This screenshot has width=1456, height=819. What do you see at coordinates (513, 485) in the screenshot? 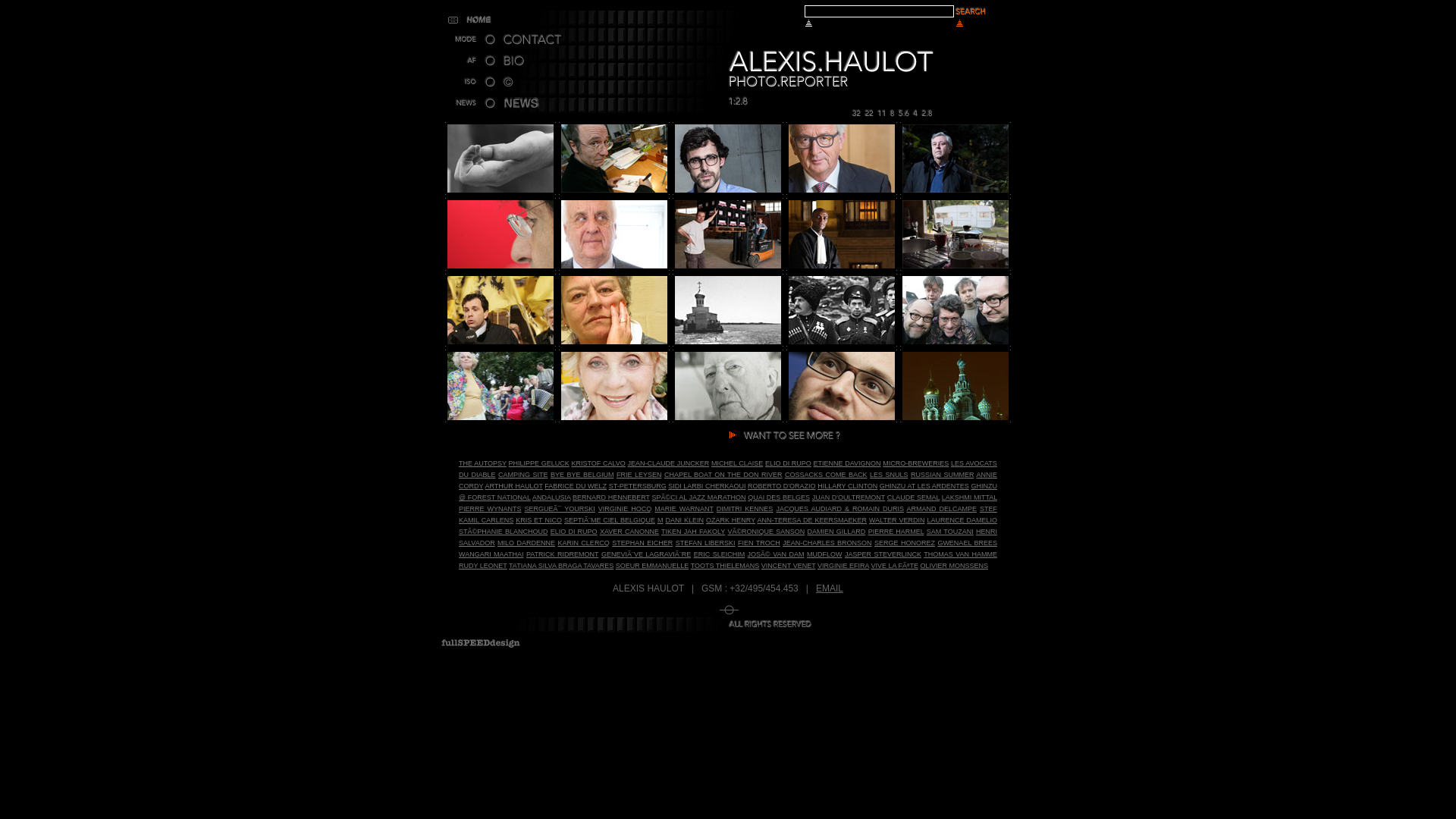
I see `'ARTHUR HAULOT'` at bounding box center [513, 485].